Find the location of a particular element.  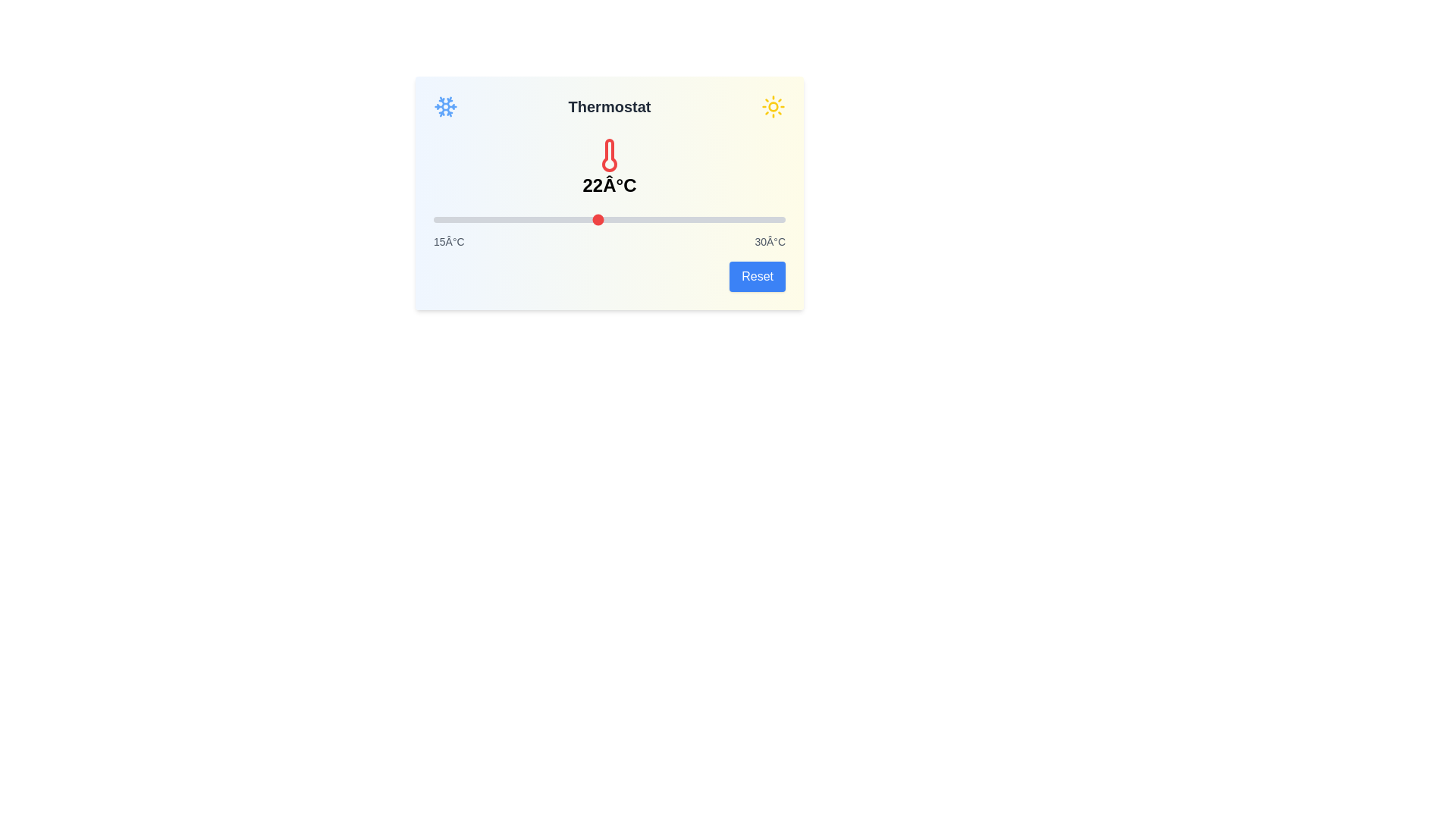

the slider to set the temperature to 19 degrees is located at coordinates (527, 219).